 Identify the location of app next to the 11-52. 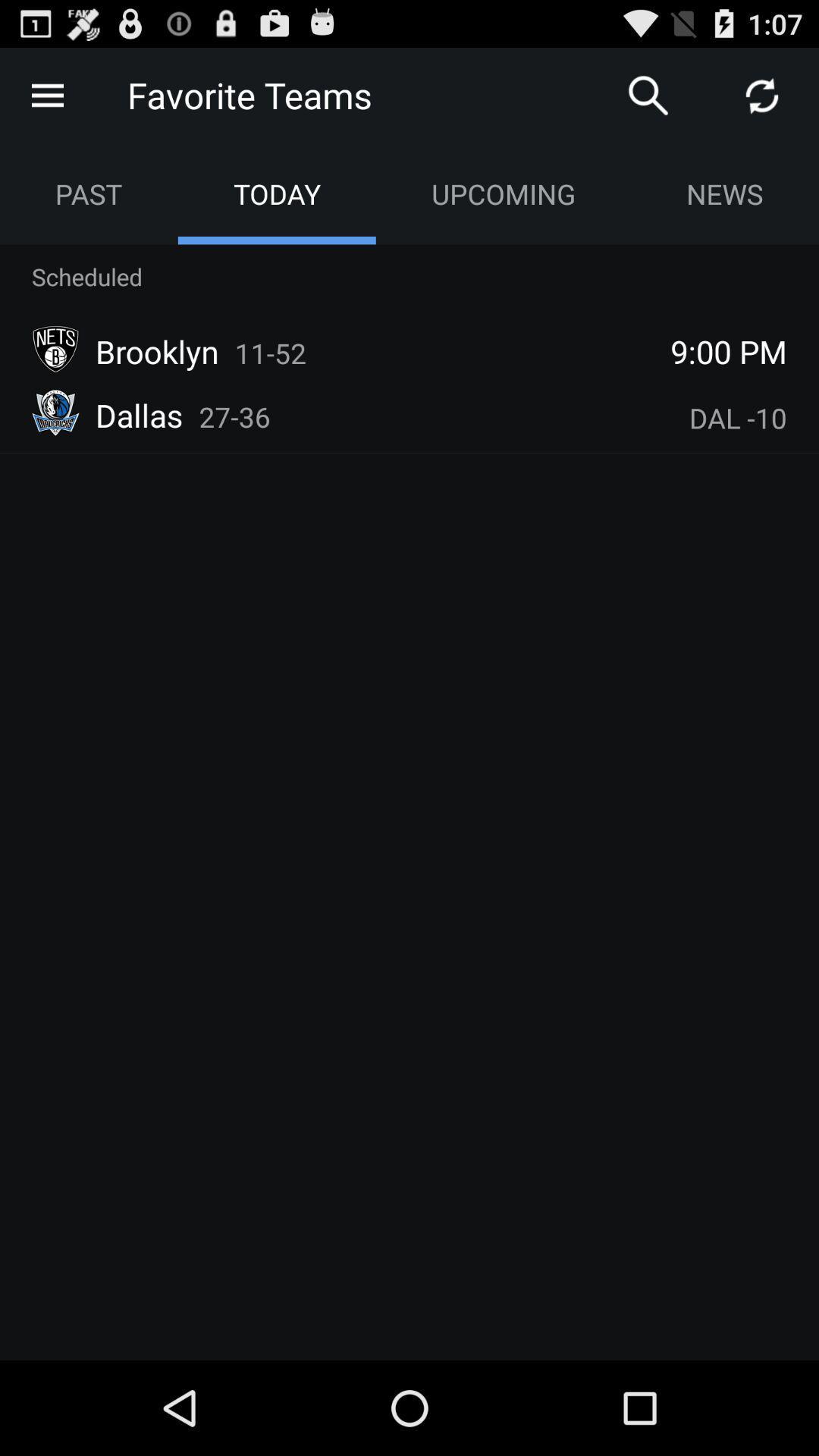
(728, 350).